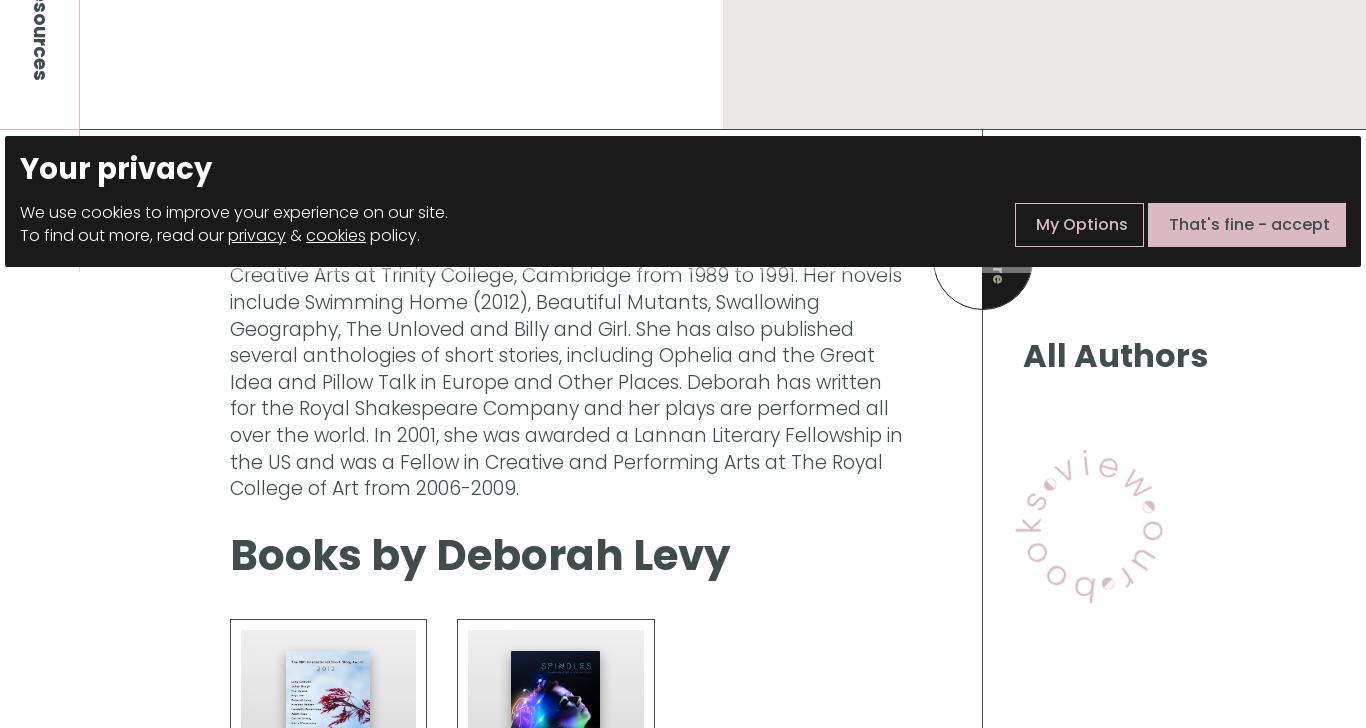 This screenshot has height=728, width=1366. What do you see at coordinates (114, 168) in the screenshot?
I see `'Your privacy'` at bounding box center [114, 168].